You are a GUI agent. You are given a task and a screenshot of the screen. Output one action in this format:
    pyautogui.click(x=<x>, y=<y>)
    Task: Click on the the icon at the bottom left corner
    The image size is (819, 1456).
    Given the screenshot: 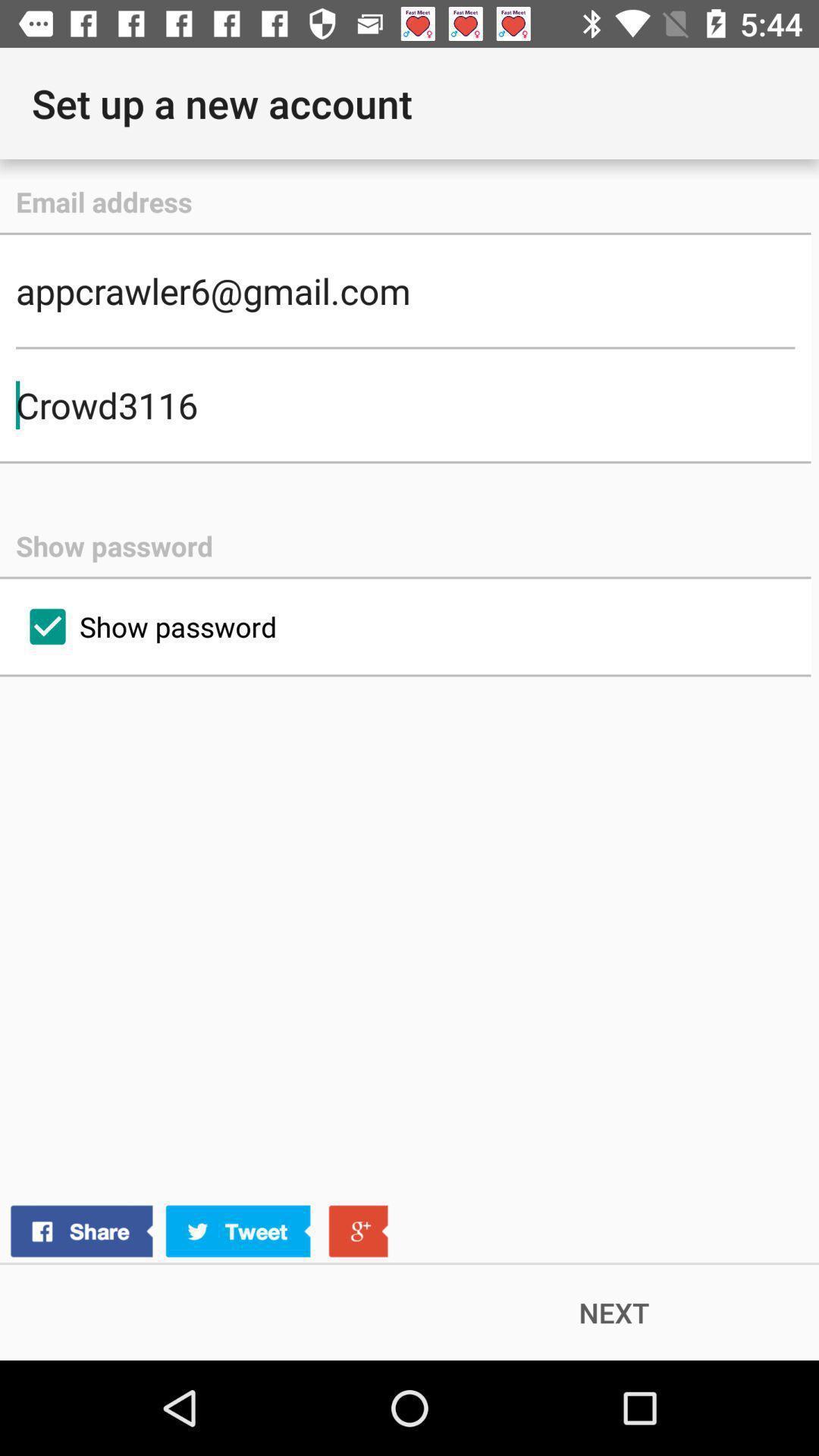 What is the action you would take?
    pyautogui.click(x=198, y=1232)
    